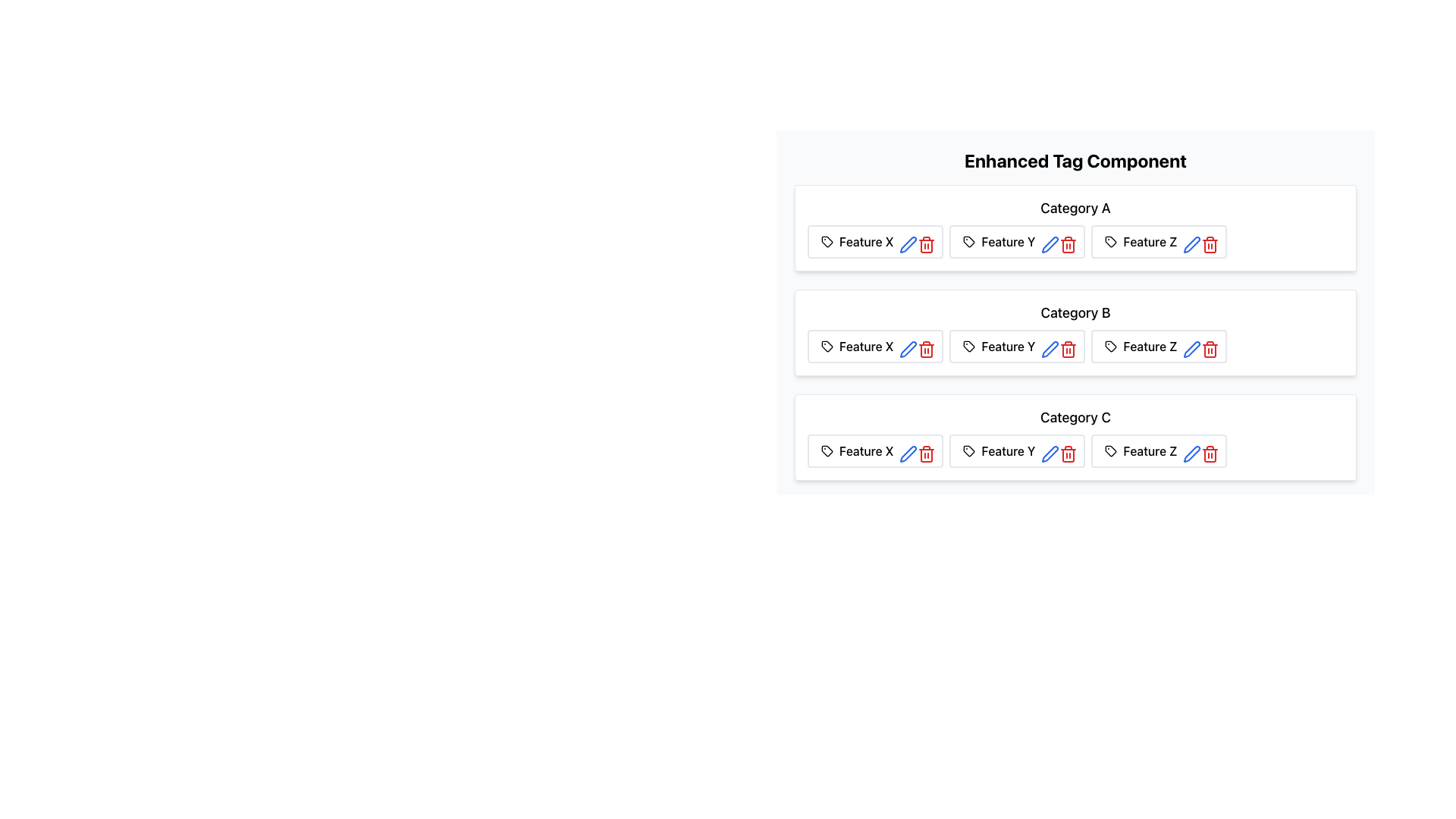  I want to click on the 'Feature X' feature icon and actions located in the topmost position under the 'Category A' section, so click(1075, 241).